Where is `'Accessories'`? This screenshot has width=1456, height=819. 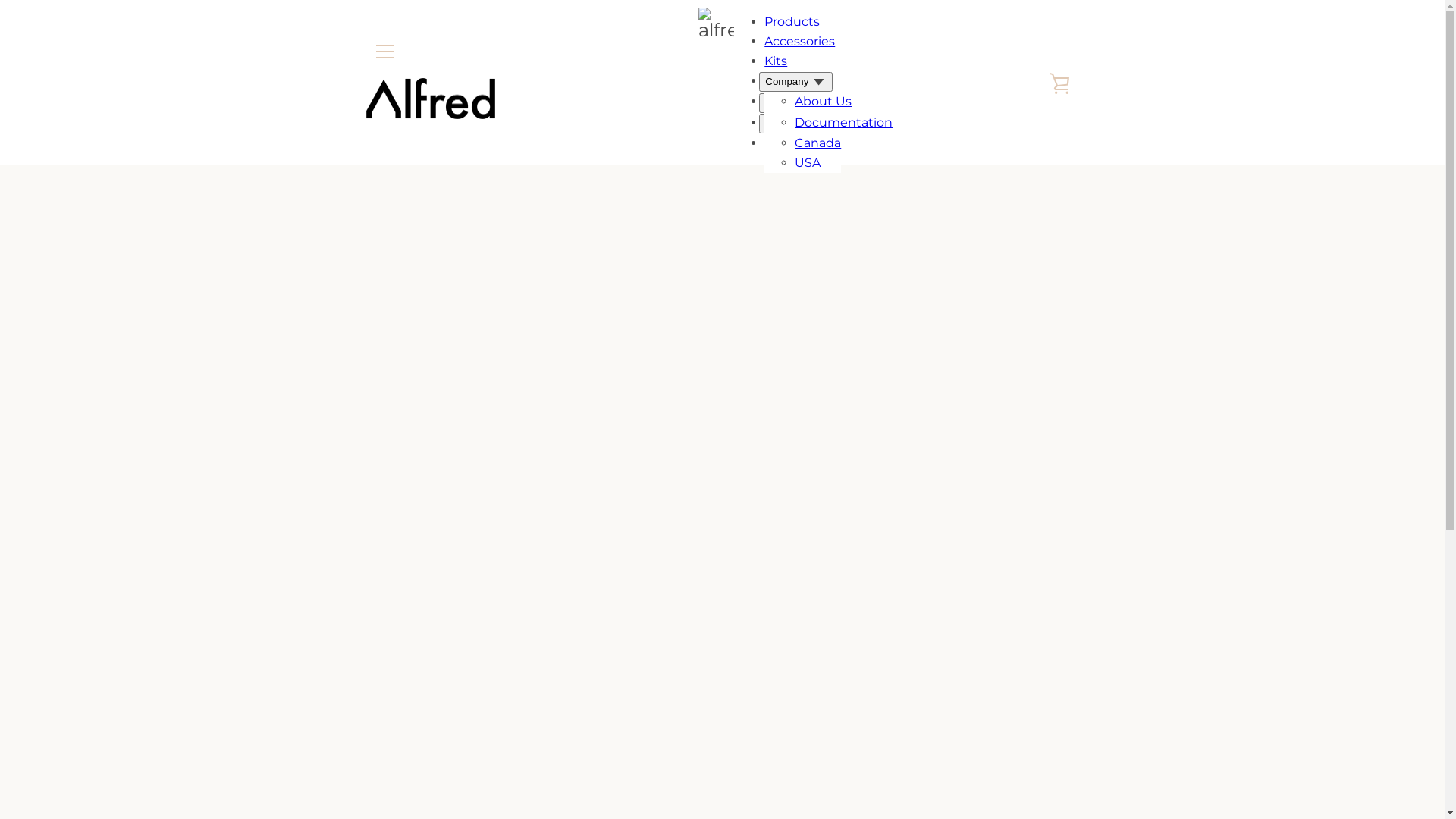
'Accessories' is located at coordinates (799, 40).